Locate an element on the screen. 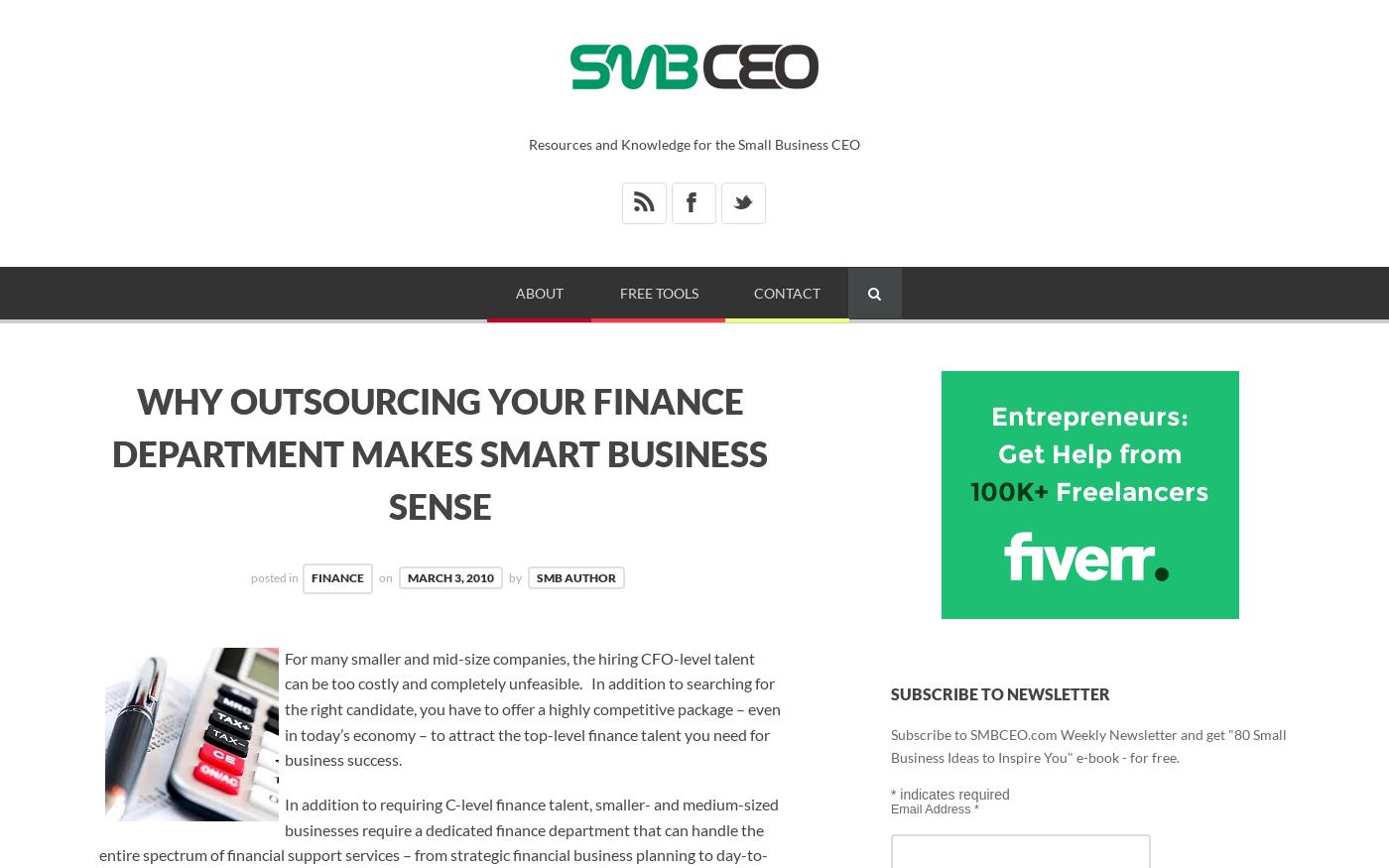  'Subscribe to Newsletter' is located at coordinates (999, 692).